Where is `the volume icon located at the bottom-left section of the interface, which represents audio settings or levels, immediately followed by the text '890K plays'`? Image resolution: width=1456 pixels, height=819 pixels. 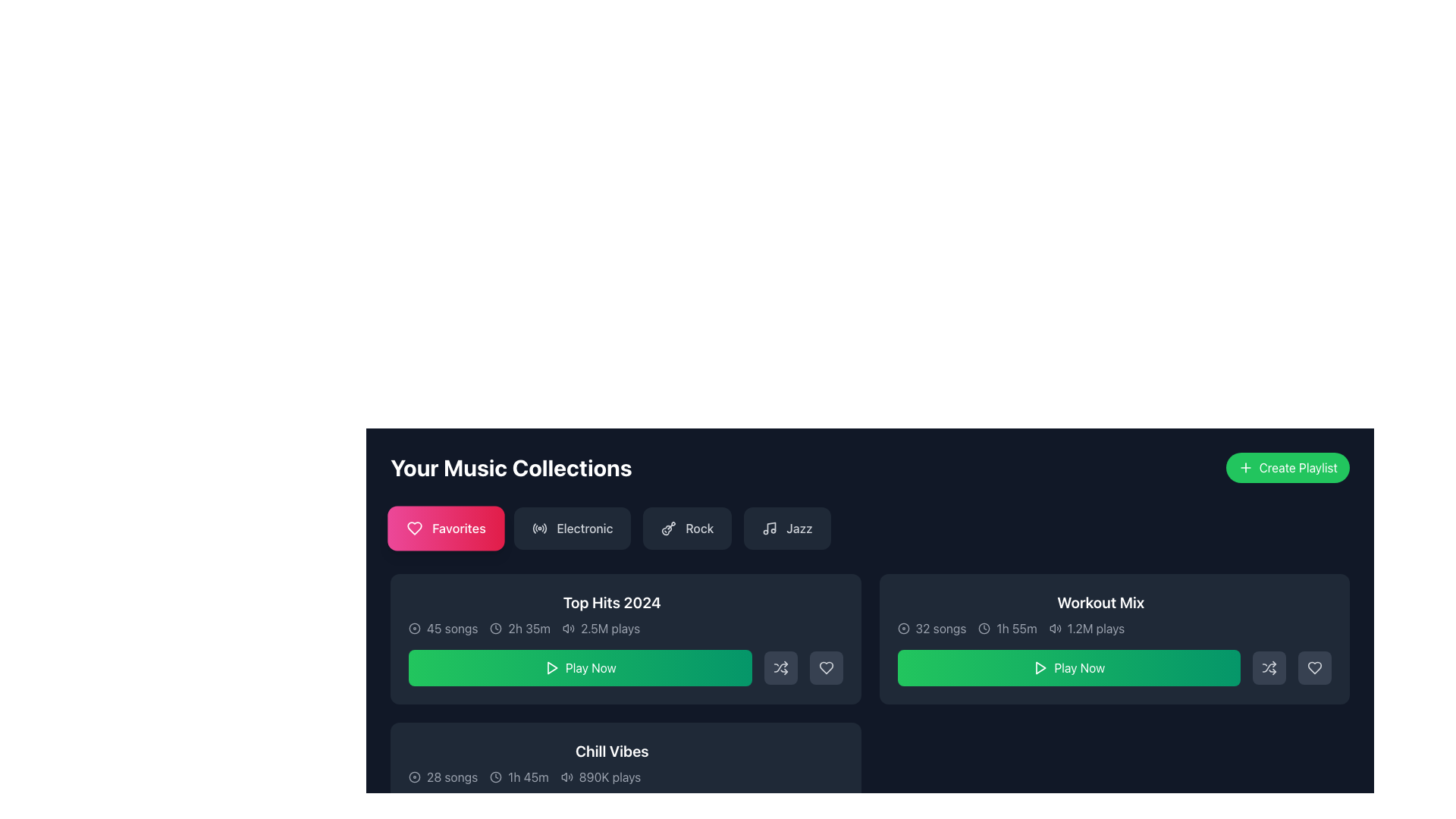 the volume icon located at the bottom-left section of the interface, which represents audio settings or levels, immediately followed by the text '890K plays' is located at coordinates (566, 777).